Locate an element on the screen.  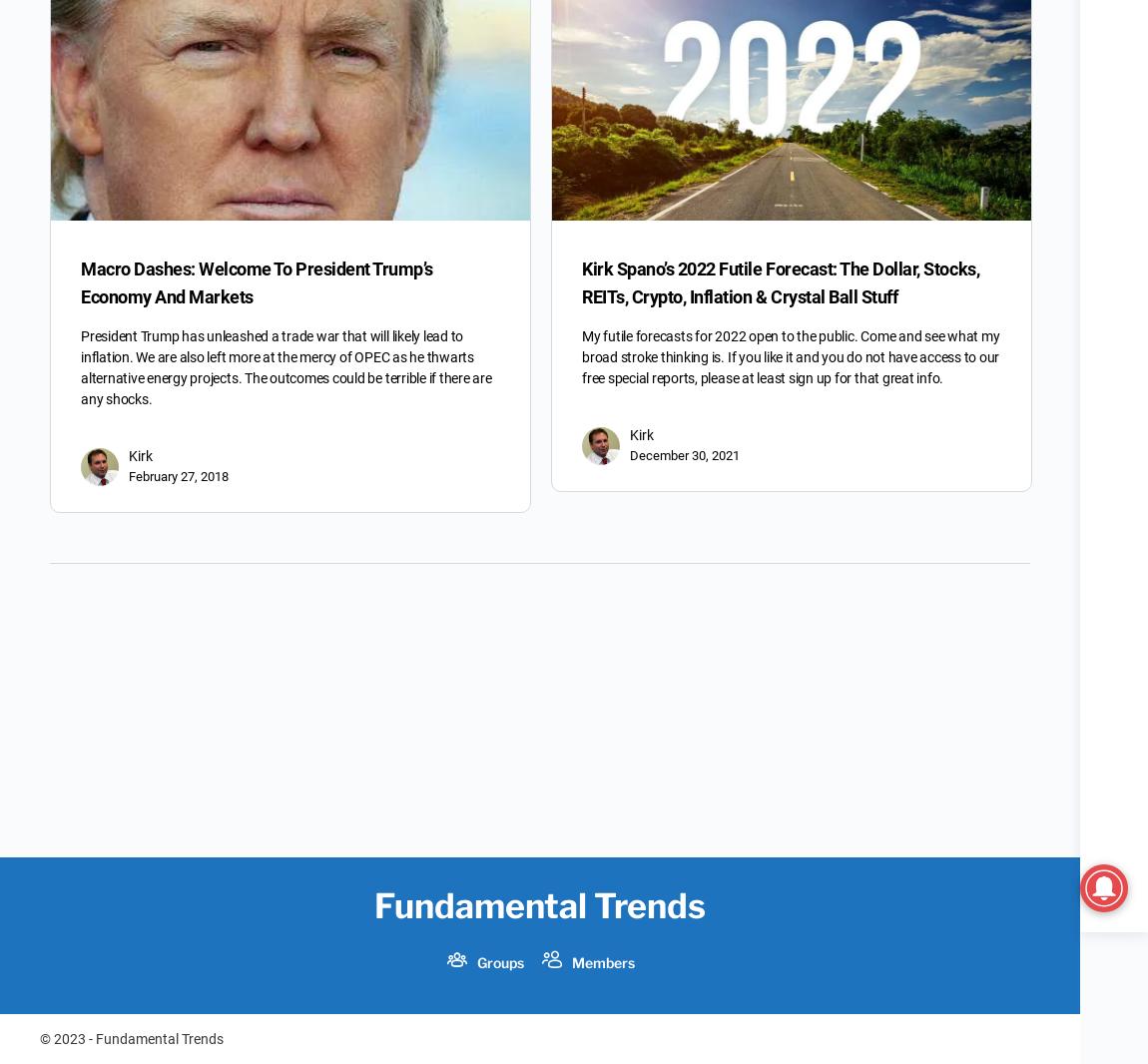
'© 2023 - Fundamental Trends' is located at coordinates (39, 1038).